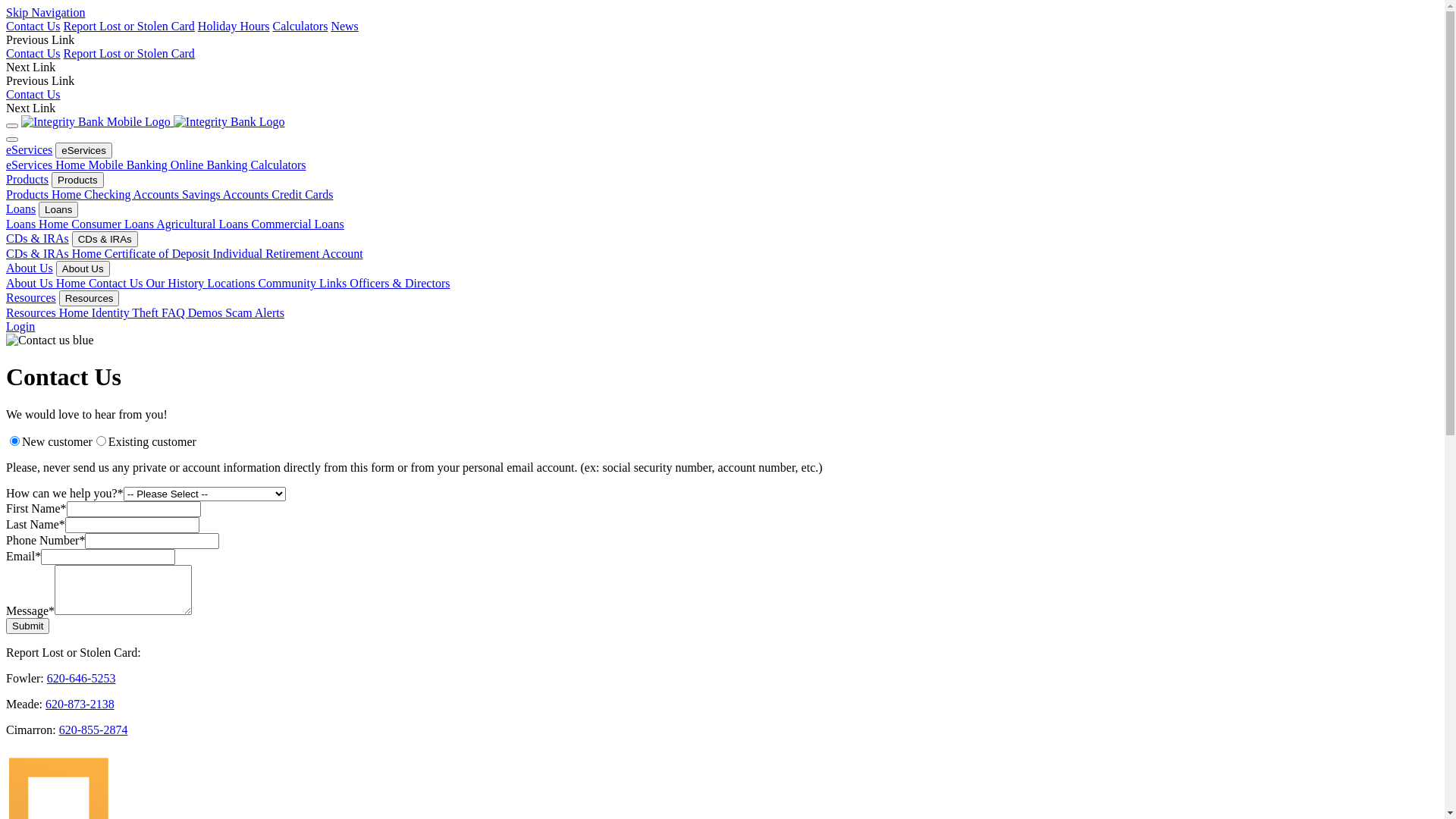  What do you see at coordinates (33, 26) in the screenshot?
I see `'Contact Us'` at bounding box center [33, 26].